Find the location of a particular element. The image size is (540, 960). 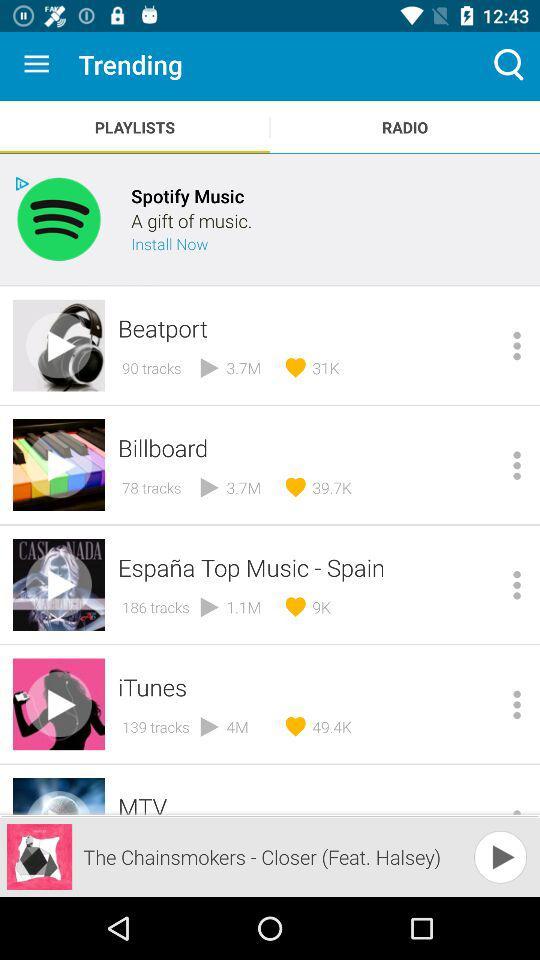

the play icon is located at coordinates (479, 863).